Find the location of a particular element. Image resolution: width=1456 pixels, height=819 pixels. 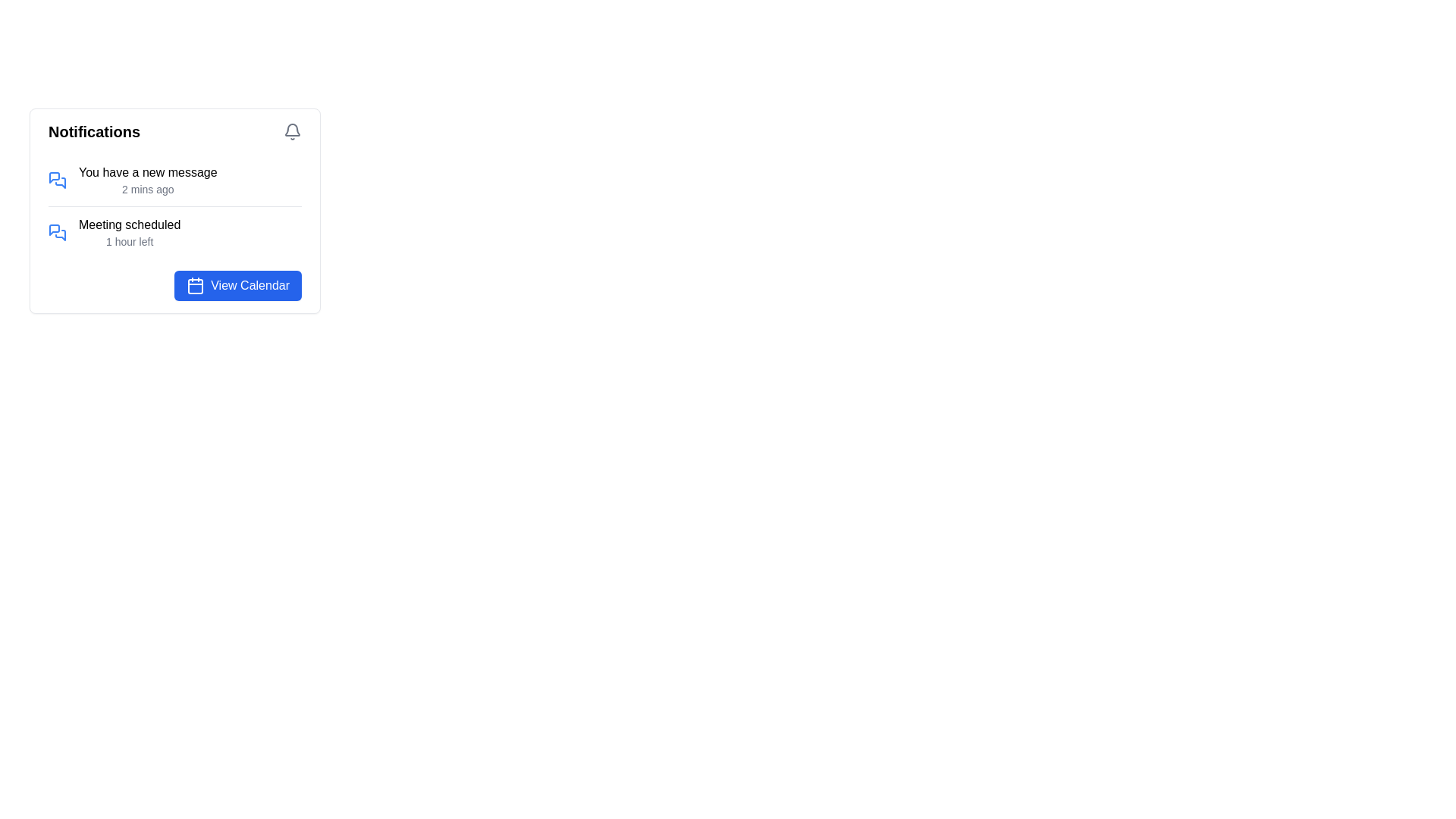

text element displaying 'You have a new message' within the notifications panel, located near the top-left section and preceding the '2 mins ago' timestamp is located at coordinates (148, 171).